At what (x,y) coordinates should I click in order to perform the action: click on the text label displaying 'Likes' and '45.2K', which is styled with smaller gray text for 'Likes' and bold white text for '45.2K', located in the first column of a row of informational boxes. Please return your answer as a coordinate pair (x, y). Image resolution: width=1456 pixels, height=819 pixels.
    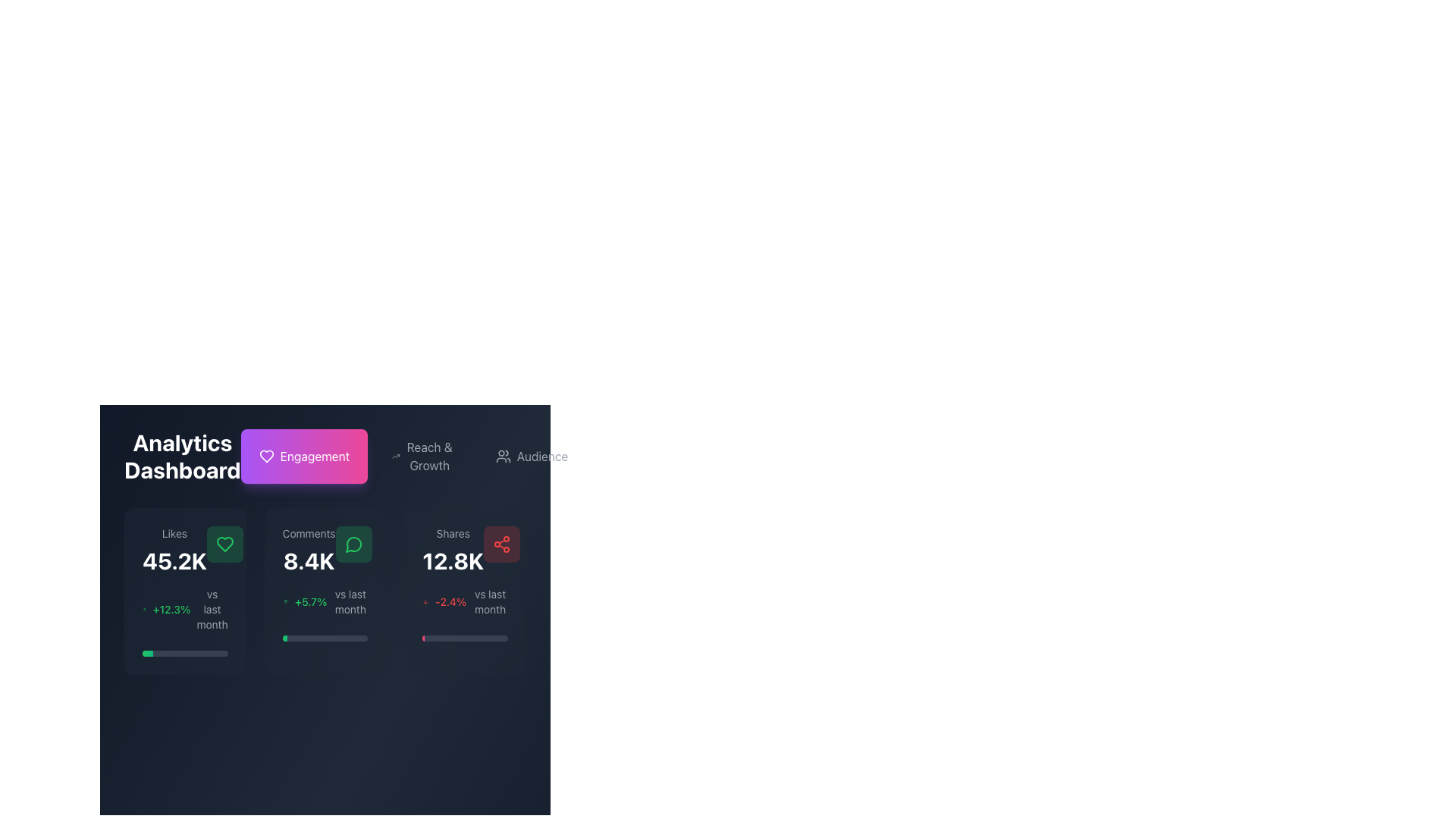
    Looking at the image, I should click on (174, 550).